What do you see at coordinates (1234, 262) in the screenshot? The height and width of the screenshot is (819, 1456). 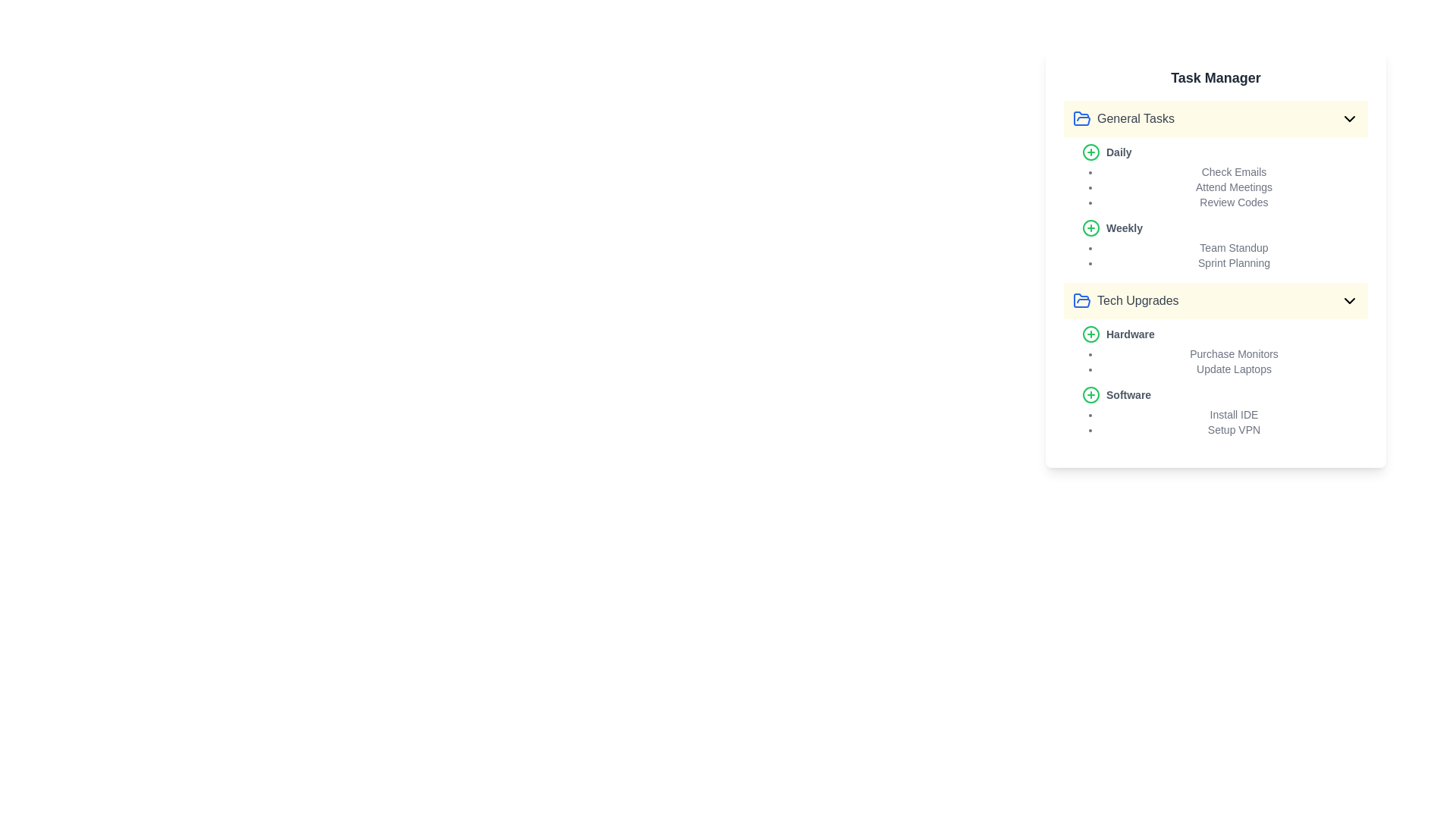 I see `the 'Sprint Planning' text label located` at bounding box center [1234, 262].